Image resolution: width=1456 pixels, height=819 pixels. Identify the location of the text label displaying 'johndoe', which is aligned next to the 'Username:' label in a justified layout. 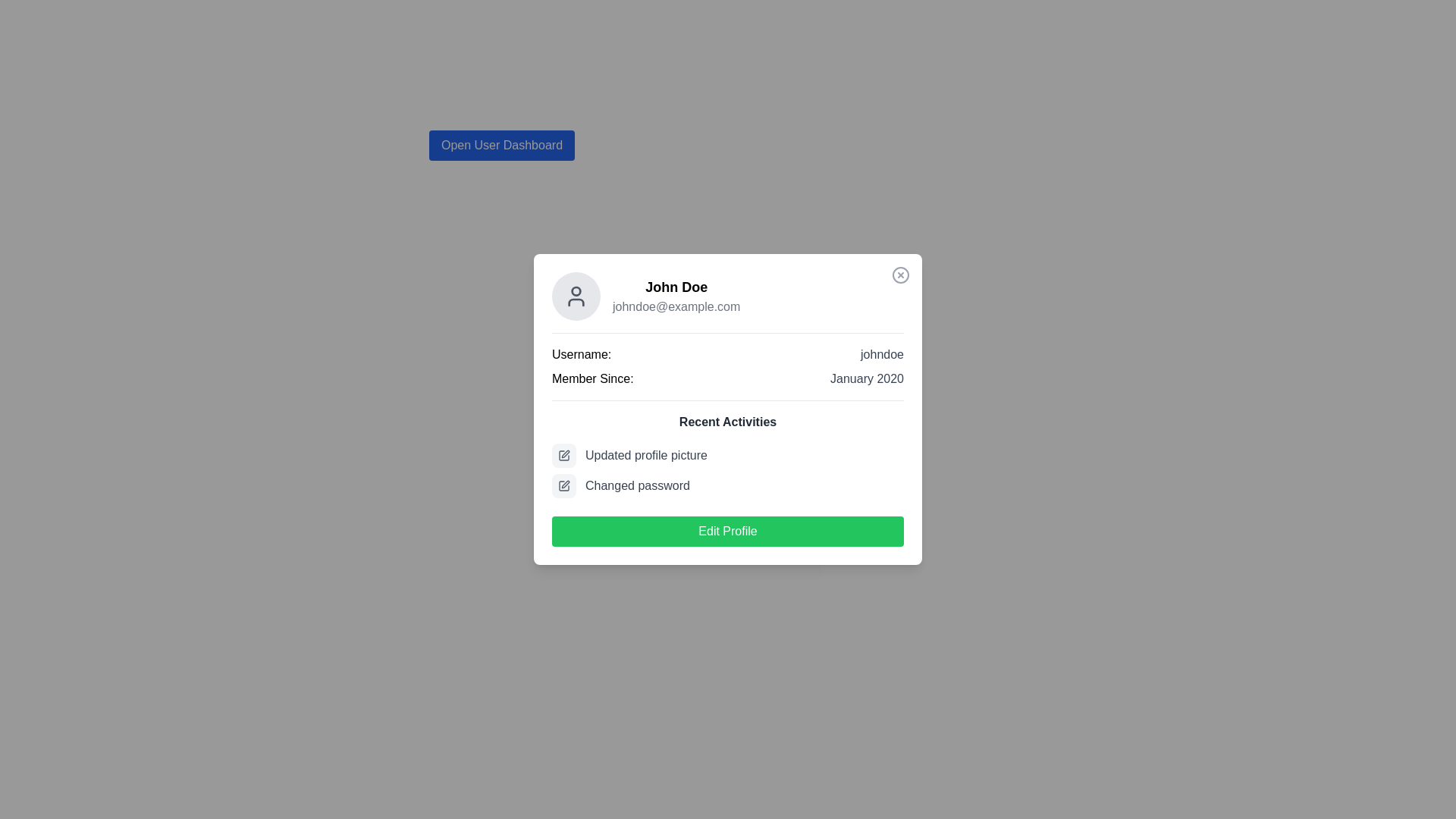
(882, 354).